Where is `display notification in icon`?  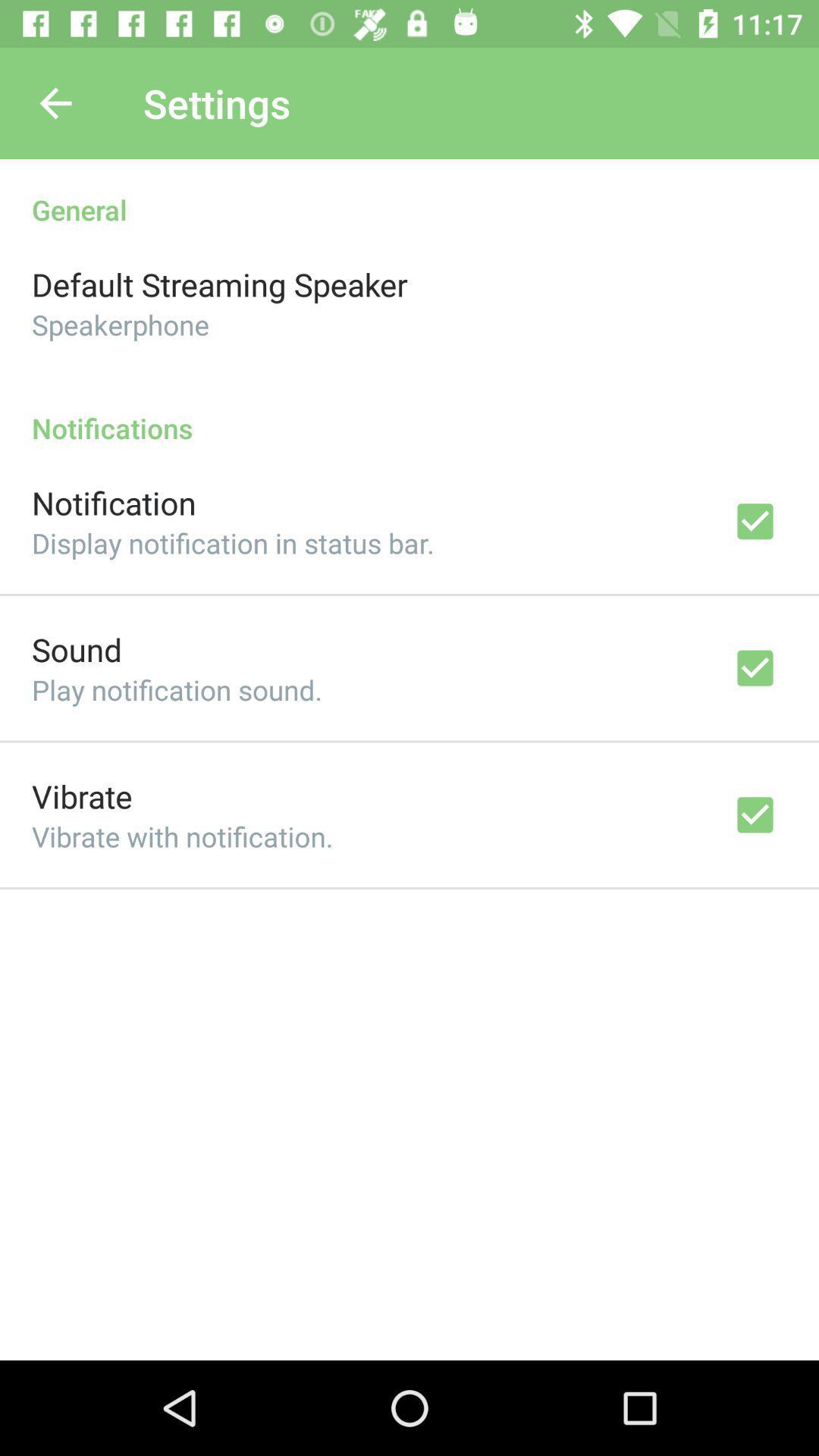 display notification in icon is located at coordinates (233, 543).